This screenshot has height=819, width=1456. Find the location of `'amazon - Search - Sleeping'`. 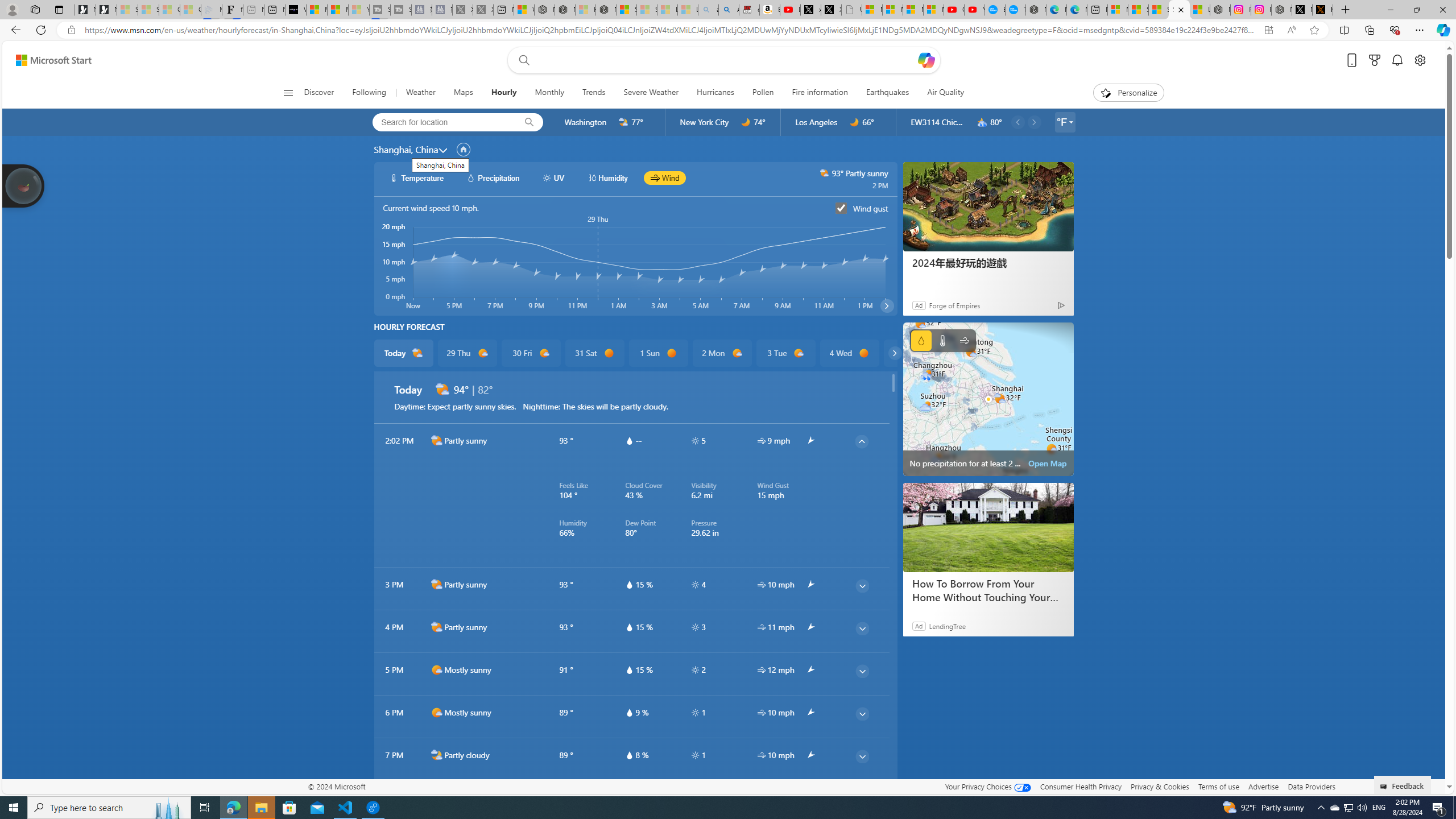

'amazon - Search - Sleeping' is located at coordinates (708, 9).